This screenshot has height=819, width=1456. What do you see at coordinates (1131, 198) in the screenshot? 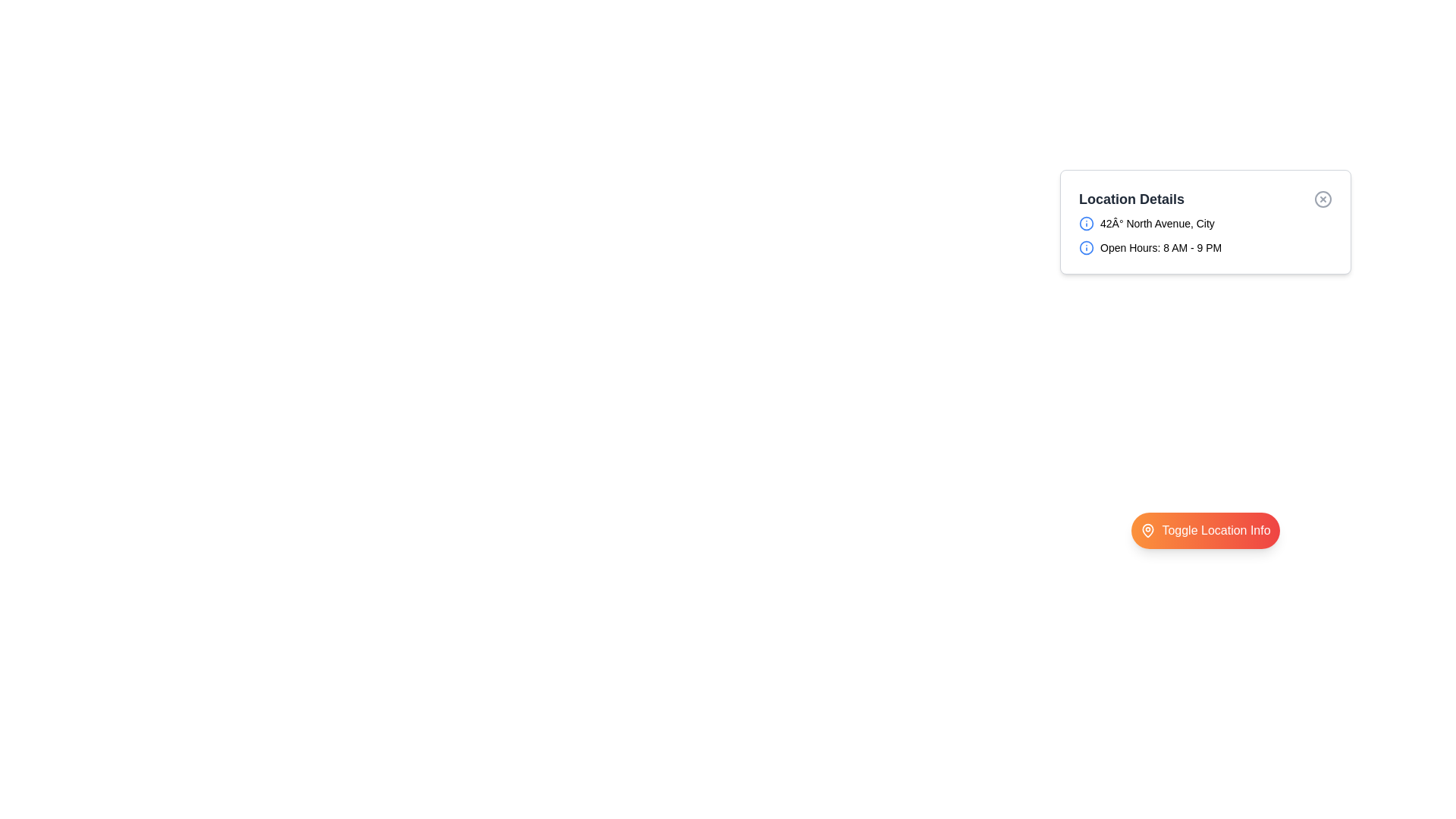
I see `the Text Label displaying 'Location Details' which indicates the section heading for location details` at bounding box center [1131, 198].